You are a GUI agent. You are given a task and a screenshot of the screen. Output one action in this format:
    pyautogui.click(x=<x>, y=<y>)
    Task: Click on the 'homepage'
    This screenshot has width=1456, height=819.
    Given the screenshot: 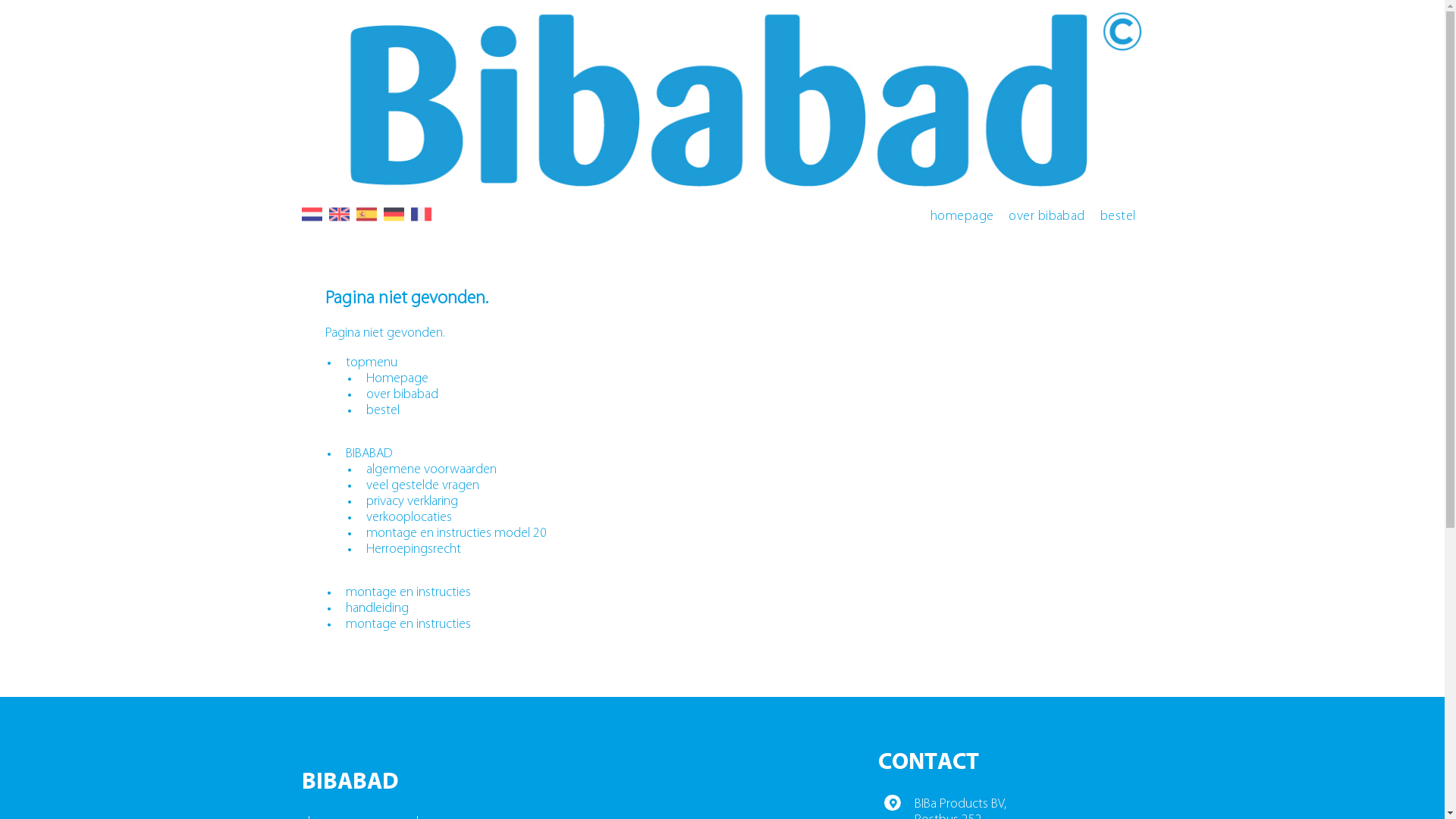 What is the action you would take?
    pyautogui.click(x=961, y=216)
    